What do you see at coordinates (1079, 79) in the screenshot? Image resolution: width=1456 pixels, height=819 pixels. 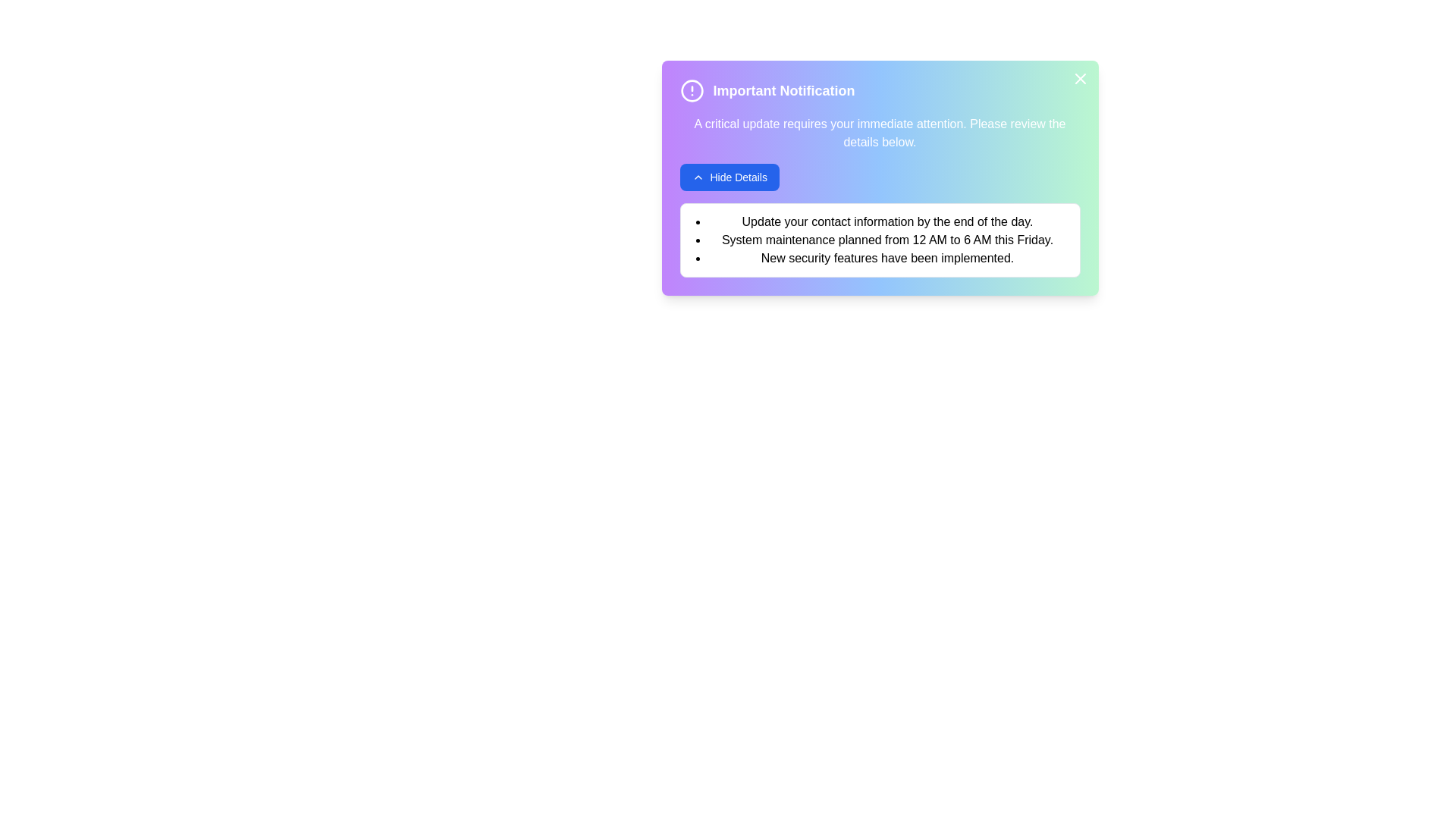 I see `the interactive elements: close_button` at bounding box center [1079, 79].